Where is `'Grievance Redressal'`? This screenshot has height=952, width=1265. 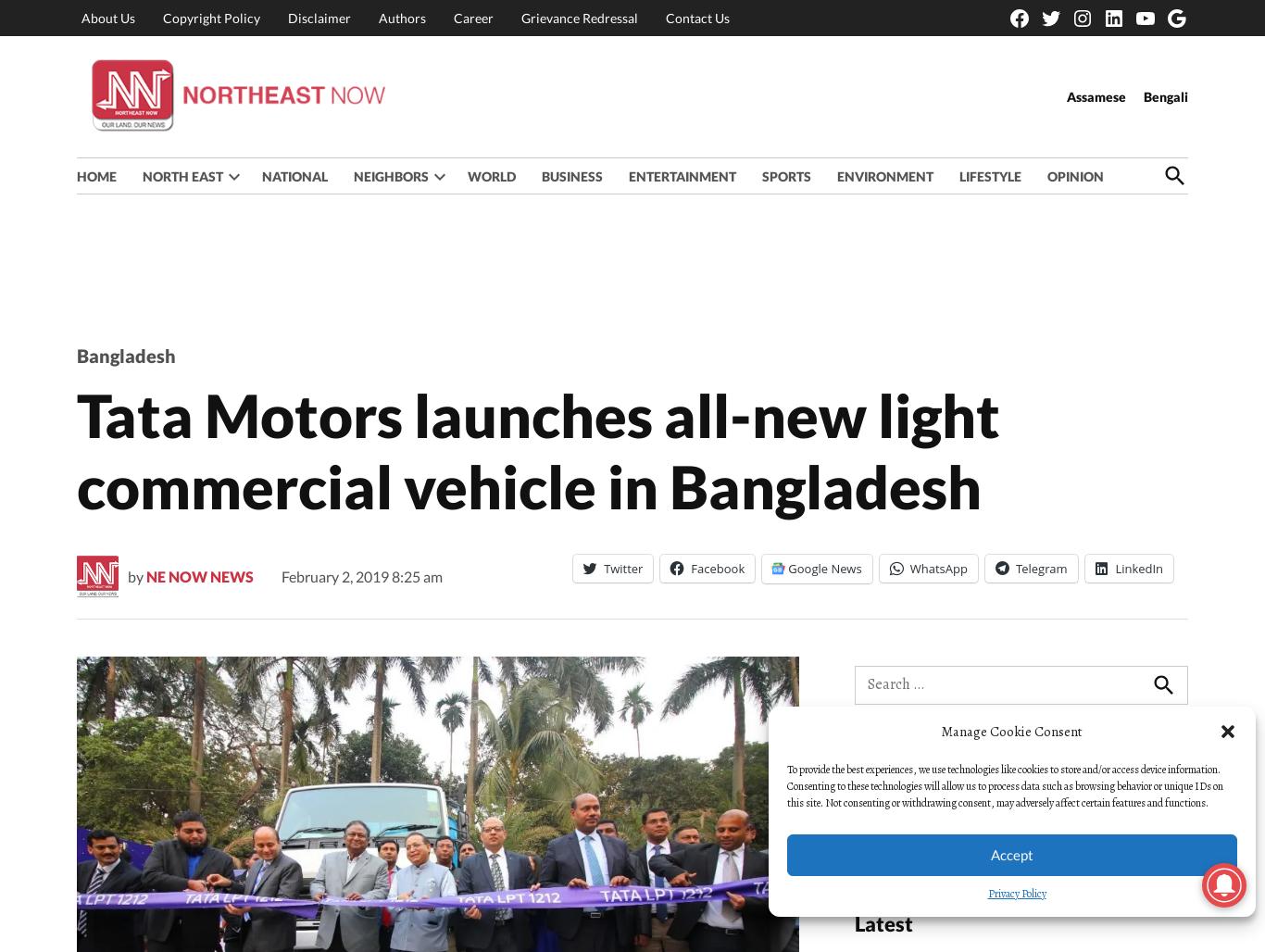 'Grievance Redressal' is located at coordinates (579, 17).